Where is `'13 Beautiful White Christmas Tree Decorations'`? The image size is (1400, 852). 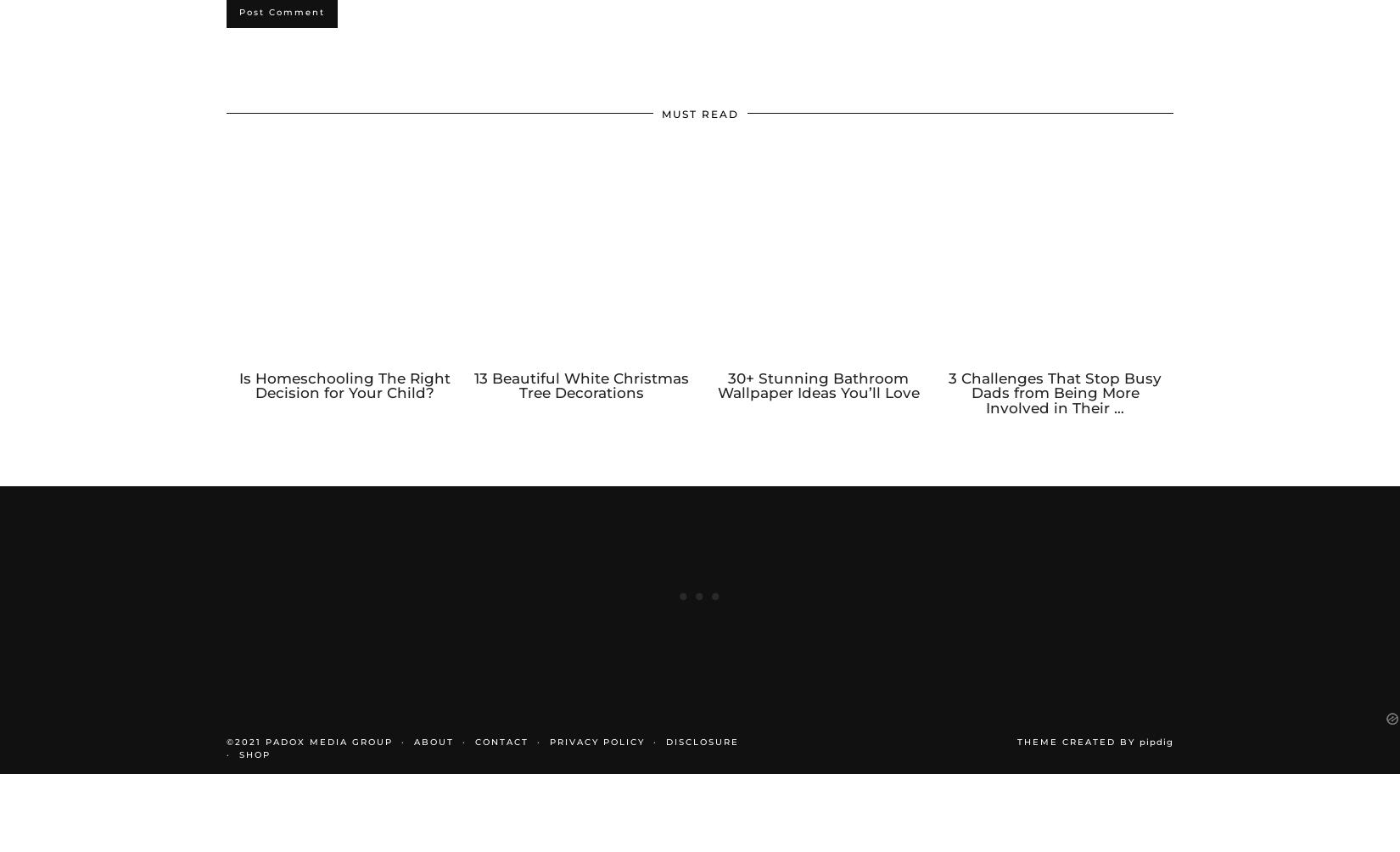 '13 Beautiful White Christmas Tree Decorations' is located at coordinates (580, 401).